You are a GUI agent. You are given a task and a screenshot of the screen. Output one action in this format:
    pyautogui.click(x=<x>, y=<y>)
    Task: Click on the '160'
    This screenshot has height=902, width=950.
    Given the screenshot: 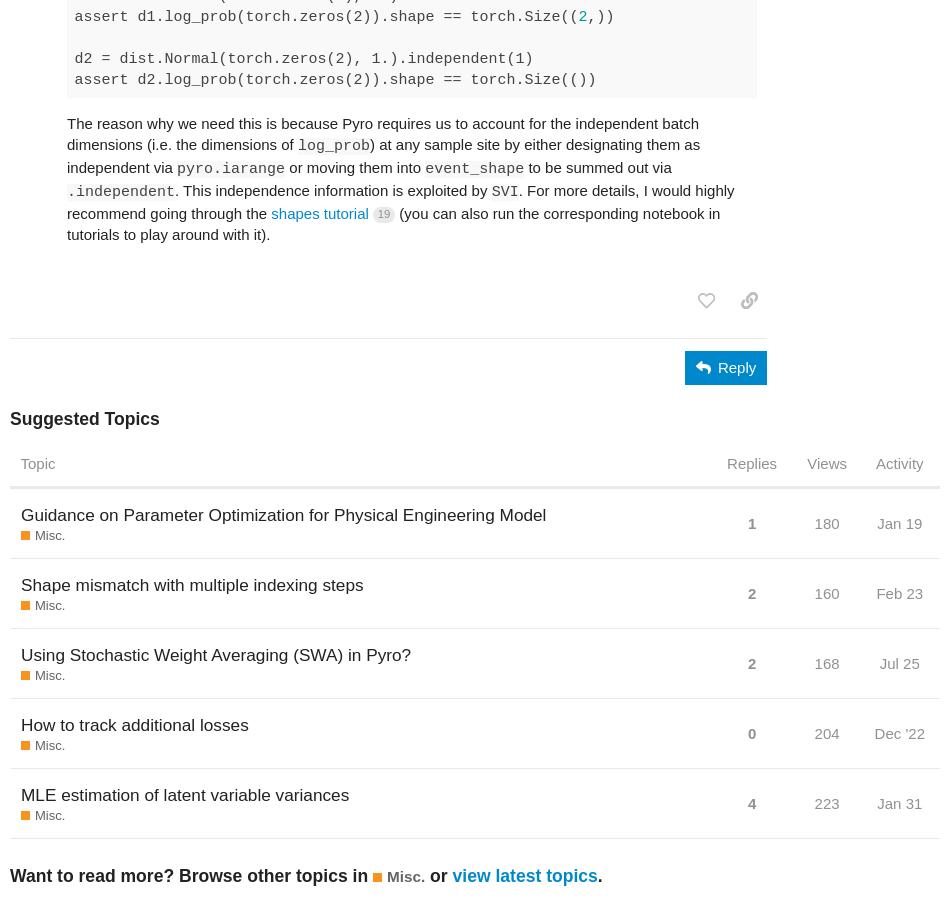 What is the action you would take?
    pyautogui.click(x=812, y=593)
    